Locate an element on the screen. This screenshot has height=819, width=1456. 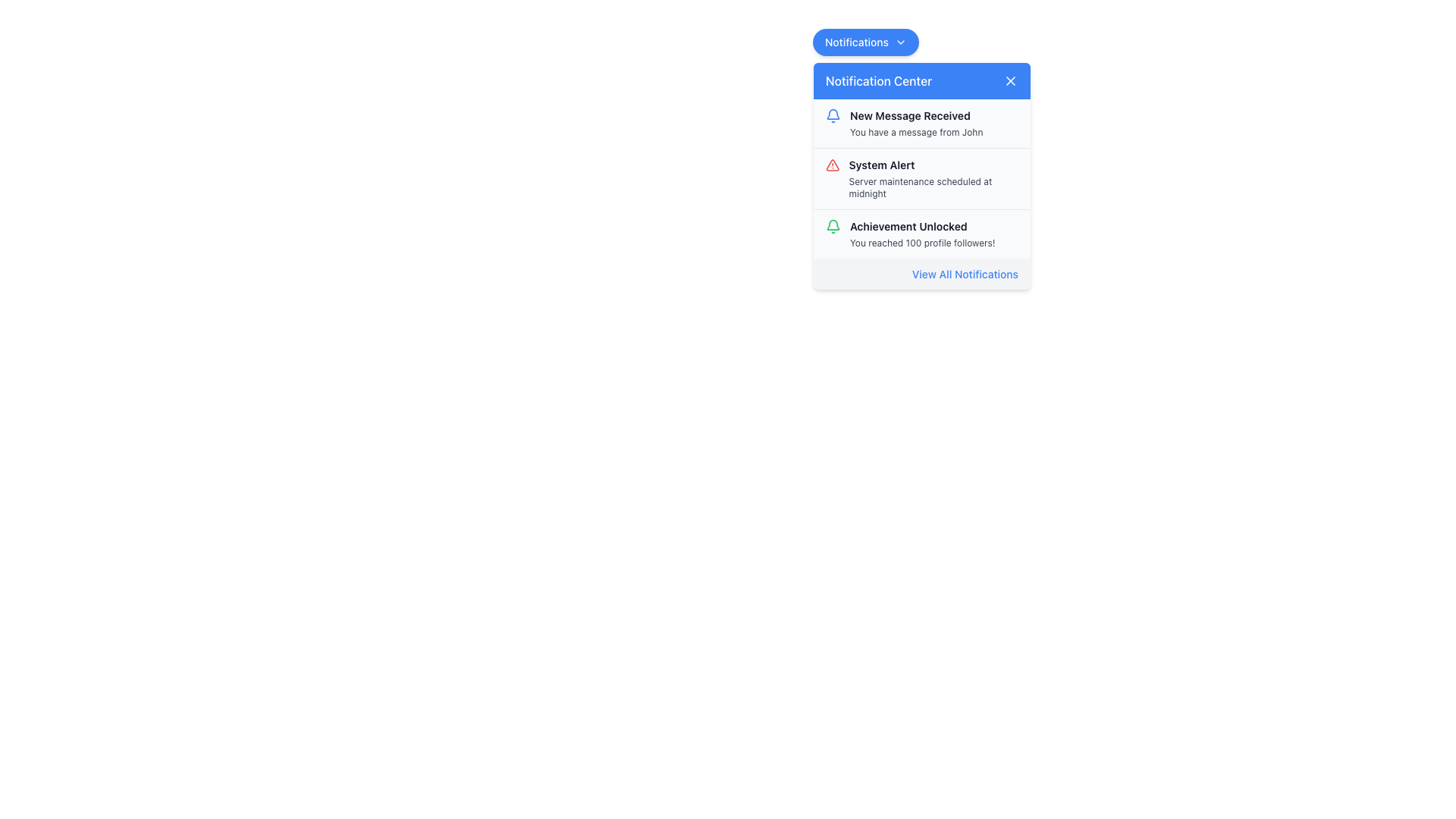
text from the 'Notification Center' header bar located at the top of the notification dropdown panel is located at coordinates (921, 81).